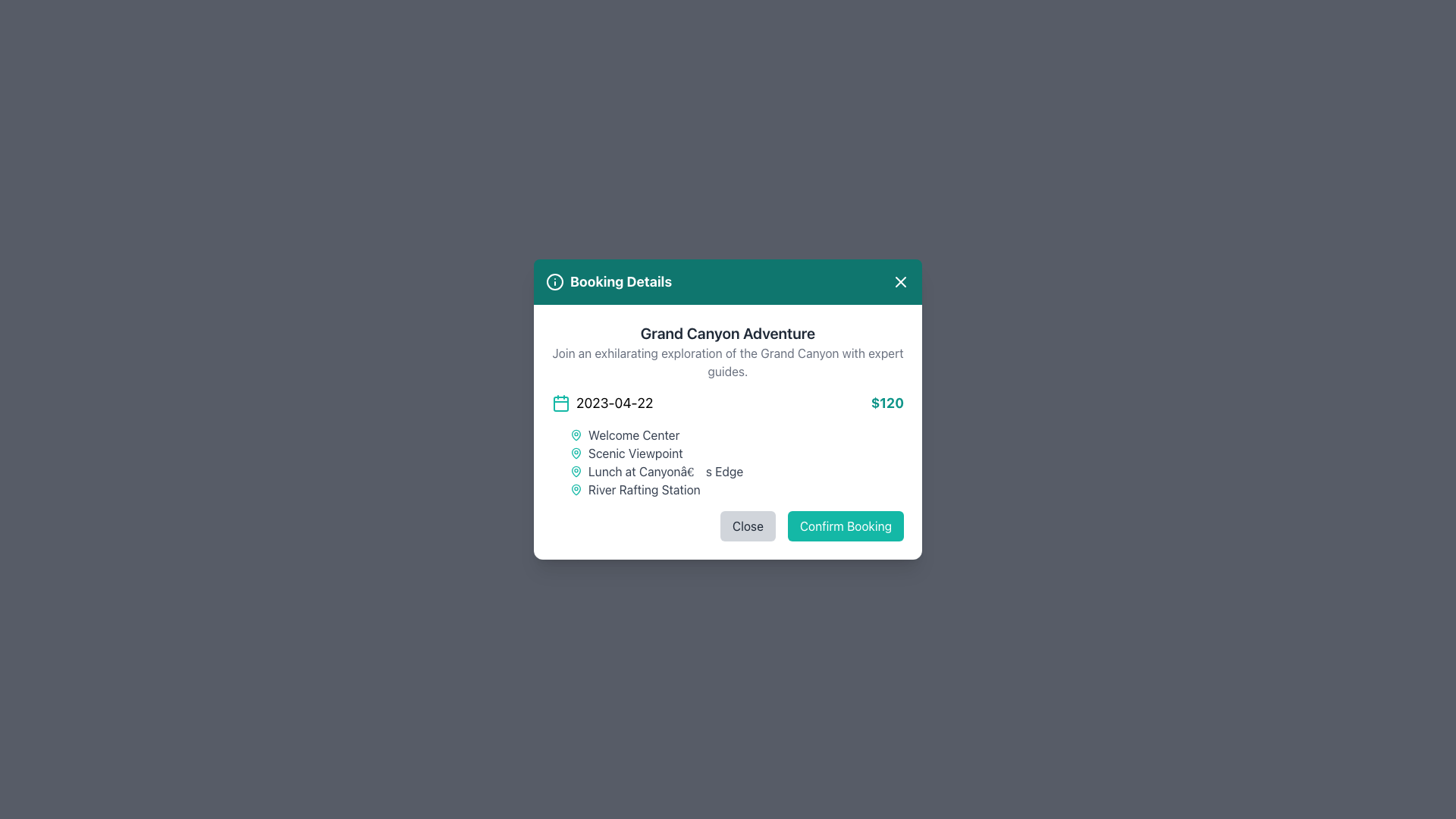 The image size is (1456, 819). What do you see at coordinates (901, 281) in the screenshot?
I see `the close button located in the top-right corner of the 'Booking Details' modal` at bounding box center [901, 281].